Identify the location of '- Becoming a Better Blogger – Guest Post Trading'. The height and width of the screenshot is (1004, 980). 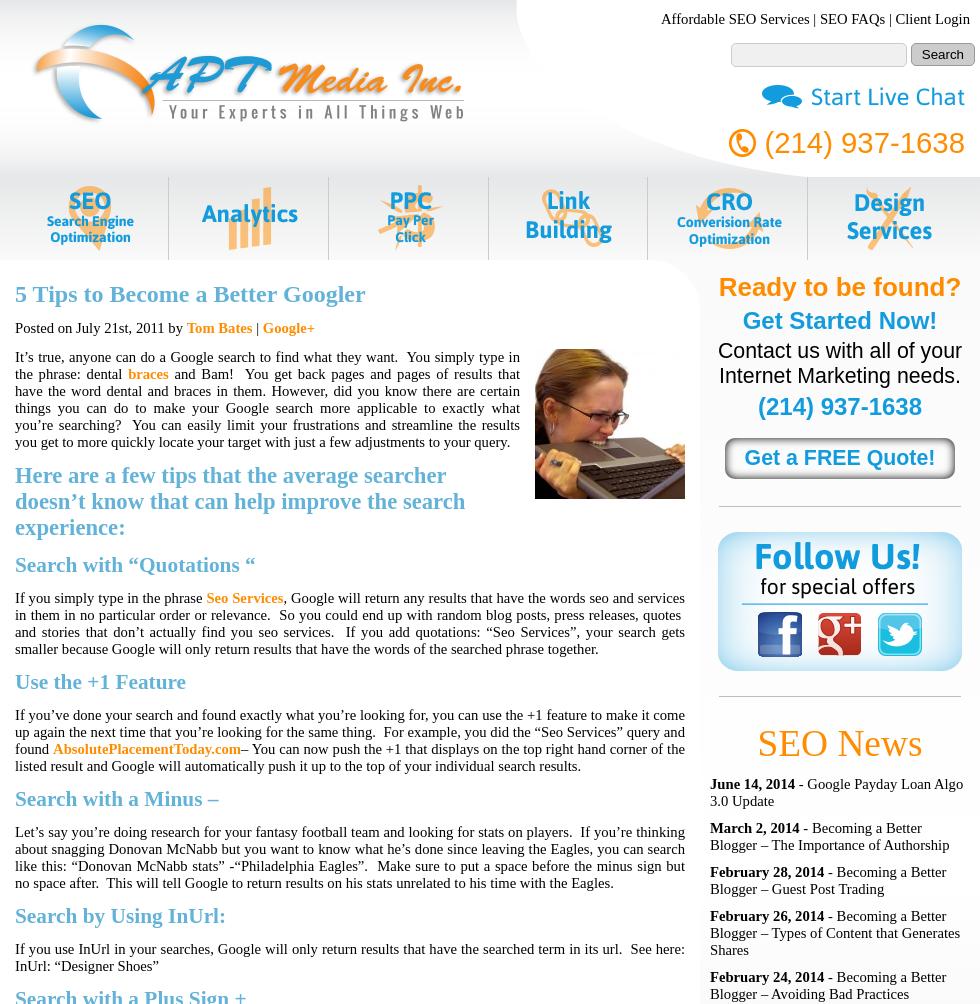
(828, 879).